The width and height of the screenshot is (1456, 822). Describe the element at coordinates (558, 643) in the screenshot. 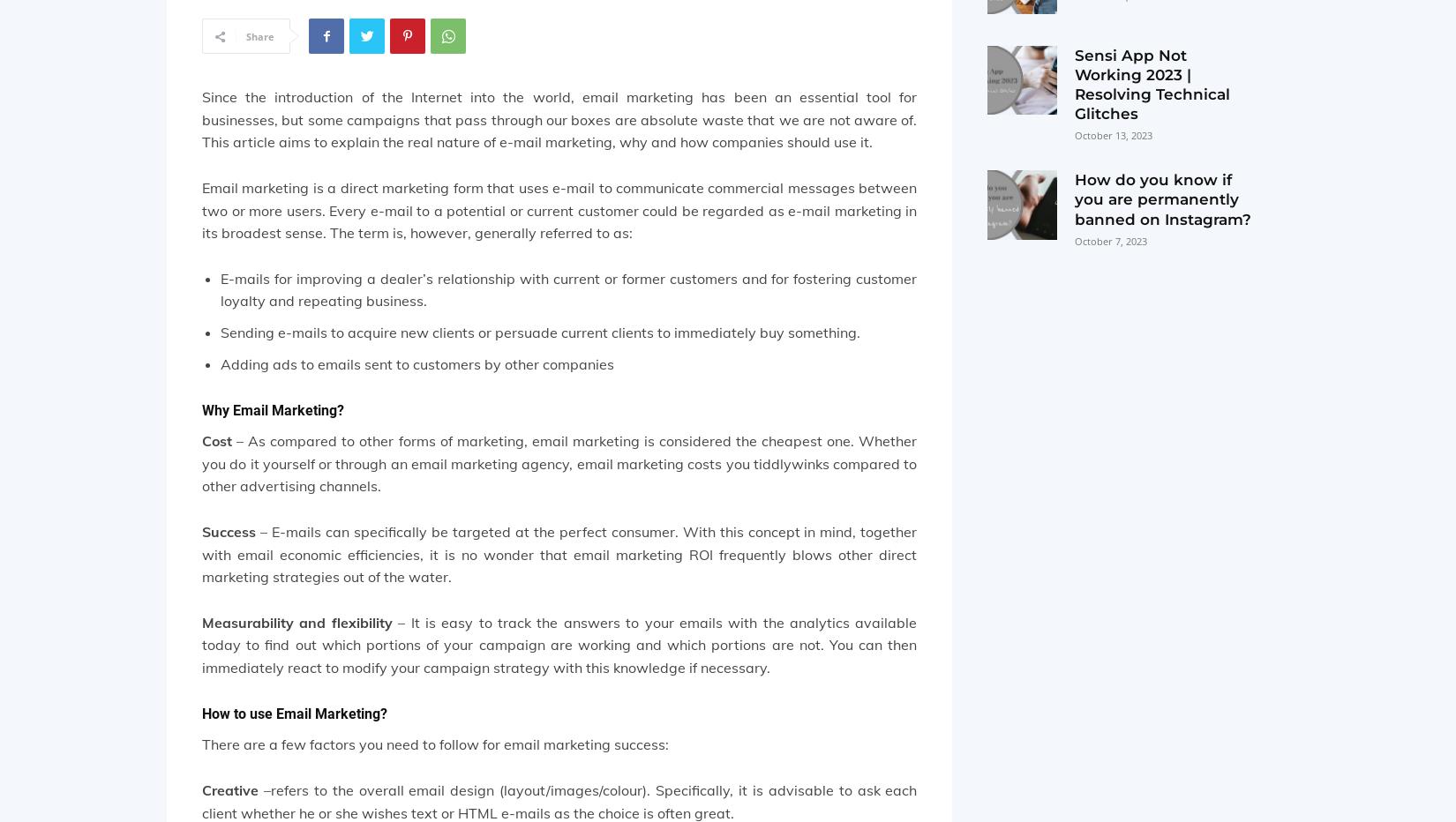

I see `'– It is easy to track the answers to your emails with the analytics available today to find out which portions of your campaign are working and which portions are not. You can then immediately react to modify your campaign strategy with this knowledge if necessary.'` at that location.